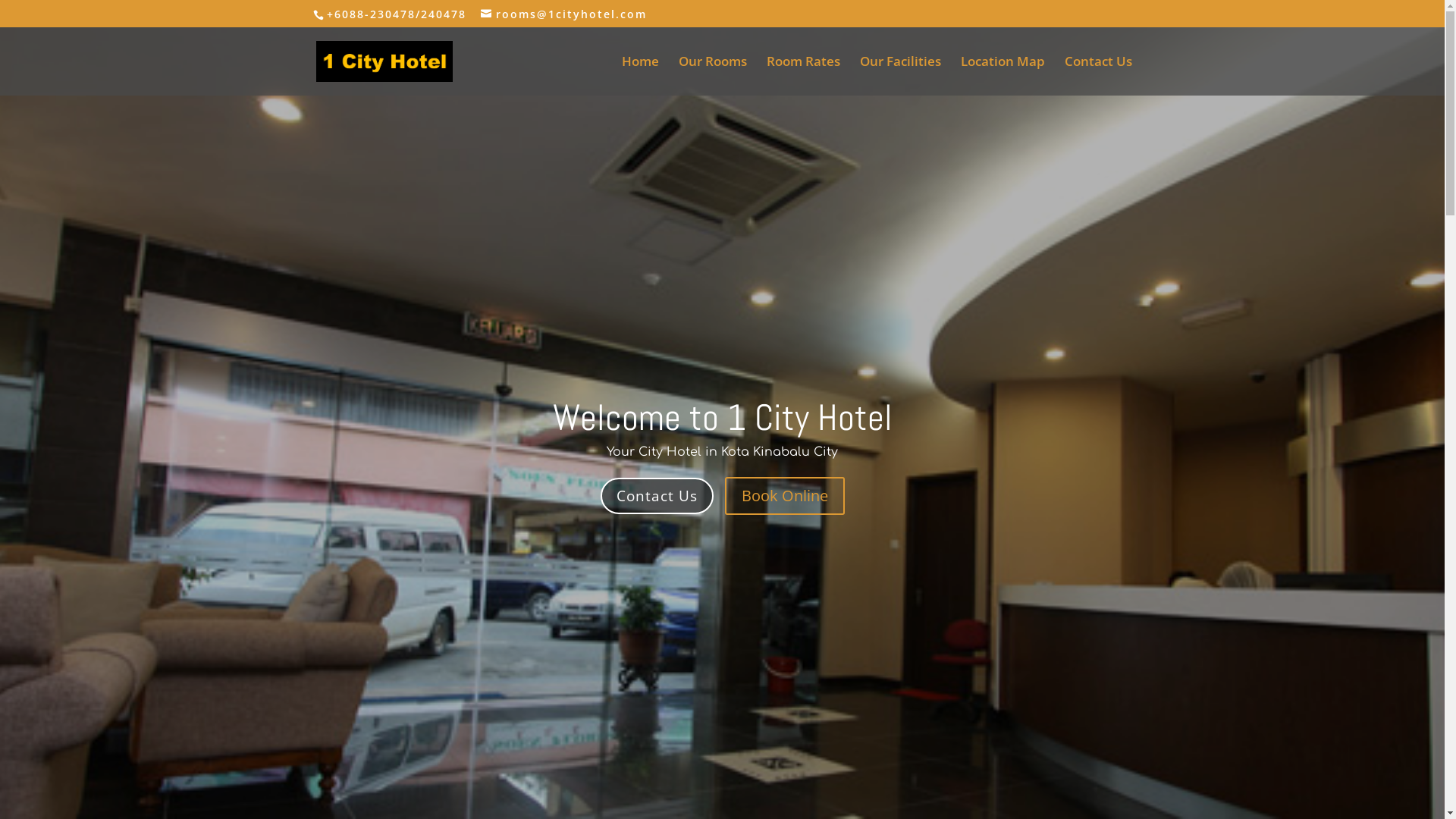 The image size is (1456, 819). What do you see at coordinates (1098, 76) in the screenshot?
I see `'Contact Us'` at bounding box center [1098, 76].